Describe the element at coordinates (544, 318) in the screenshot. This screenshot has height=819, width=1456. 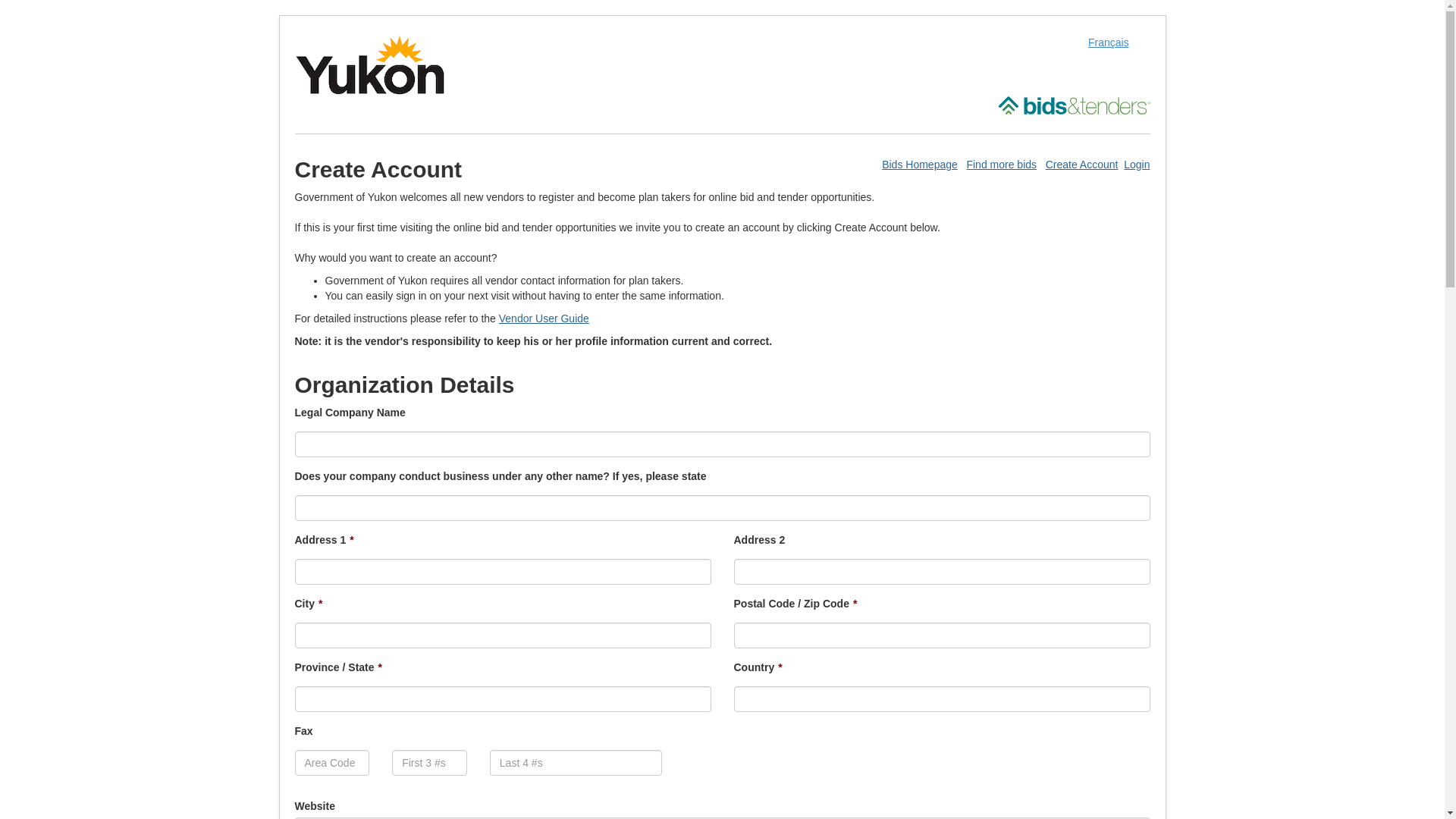
I see `'Vendor User Guide'` at that location.